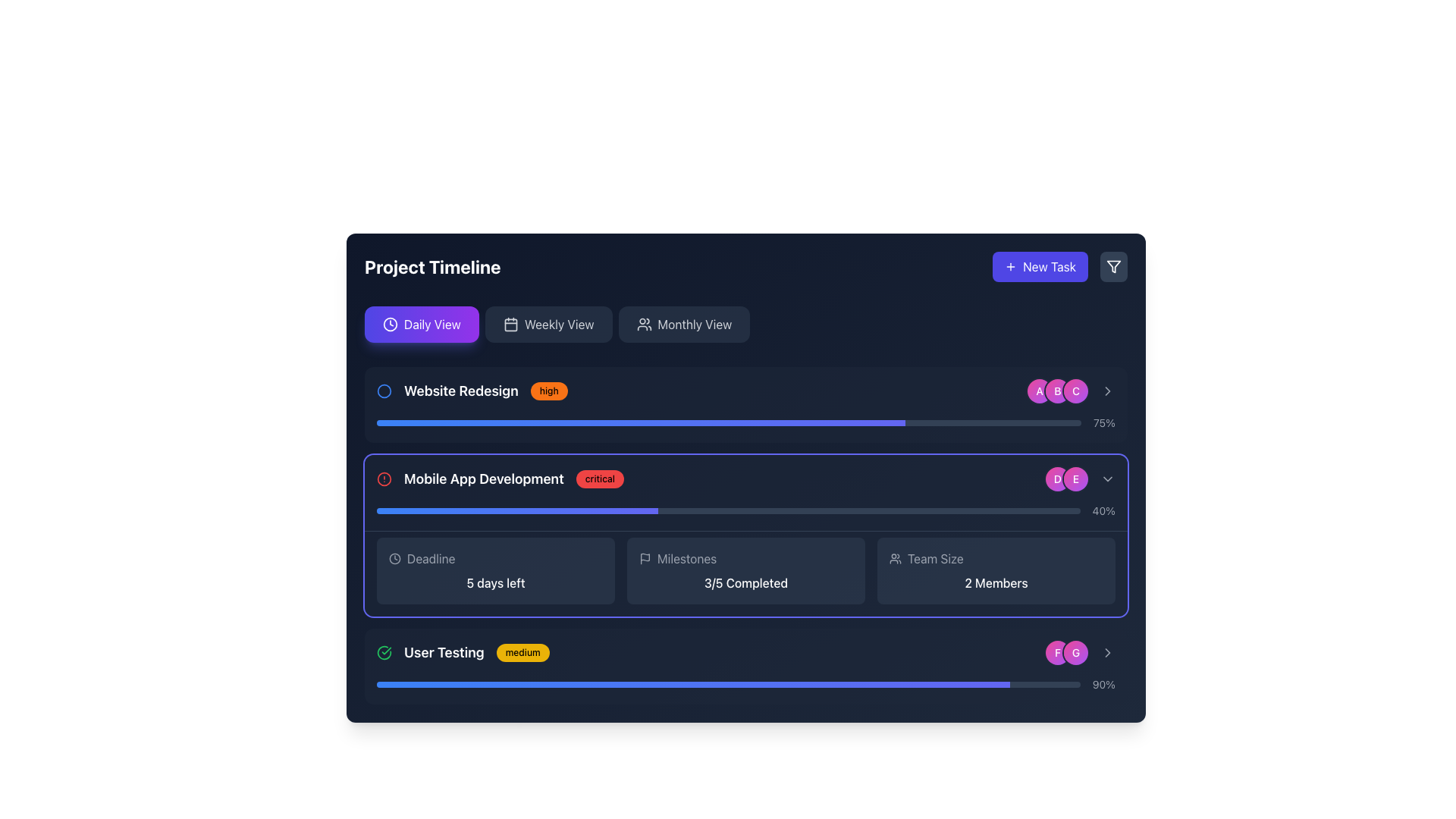 The image size is (1456, 819). What do you see at coordinates (996, 582) in the screenshot?
I see `the static text display that shows '2 Members' in the 'Team Size' section of the dashboard` at bounding box center [996, 582].